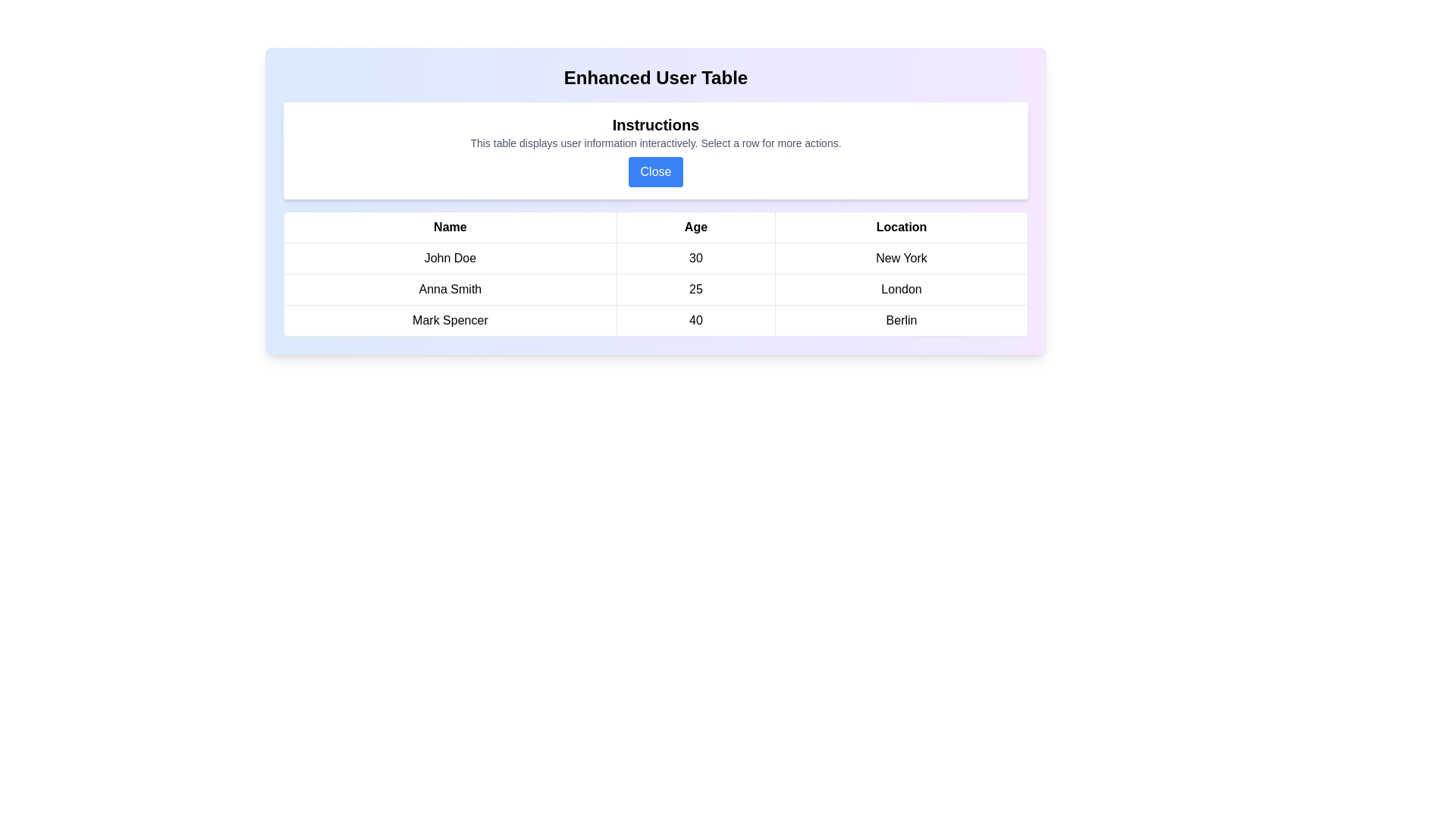 This screenshot has width=1456, height=819. What do you see at coordinates (655, 257) in the screenshot?
I see `the first row of the table displaying user details for 'John Doe'` at bounding box center [655, 257].